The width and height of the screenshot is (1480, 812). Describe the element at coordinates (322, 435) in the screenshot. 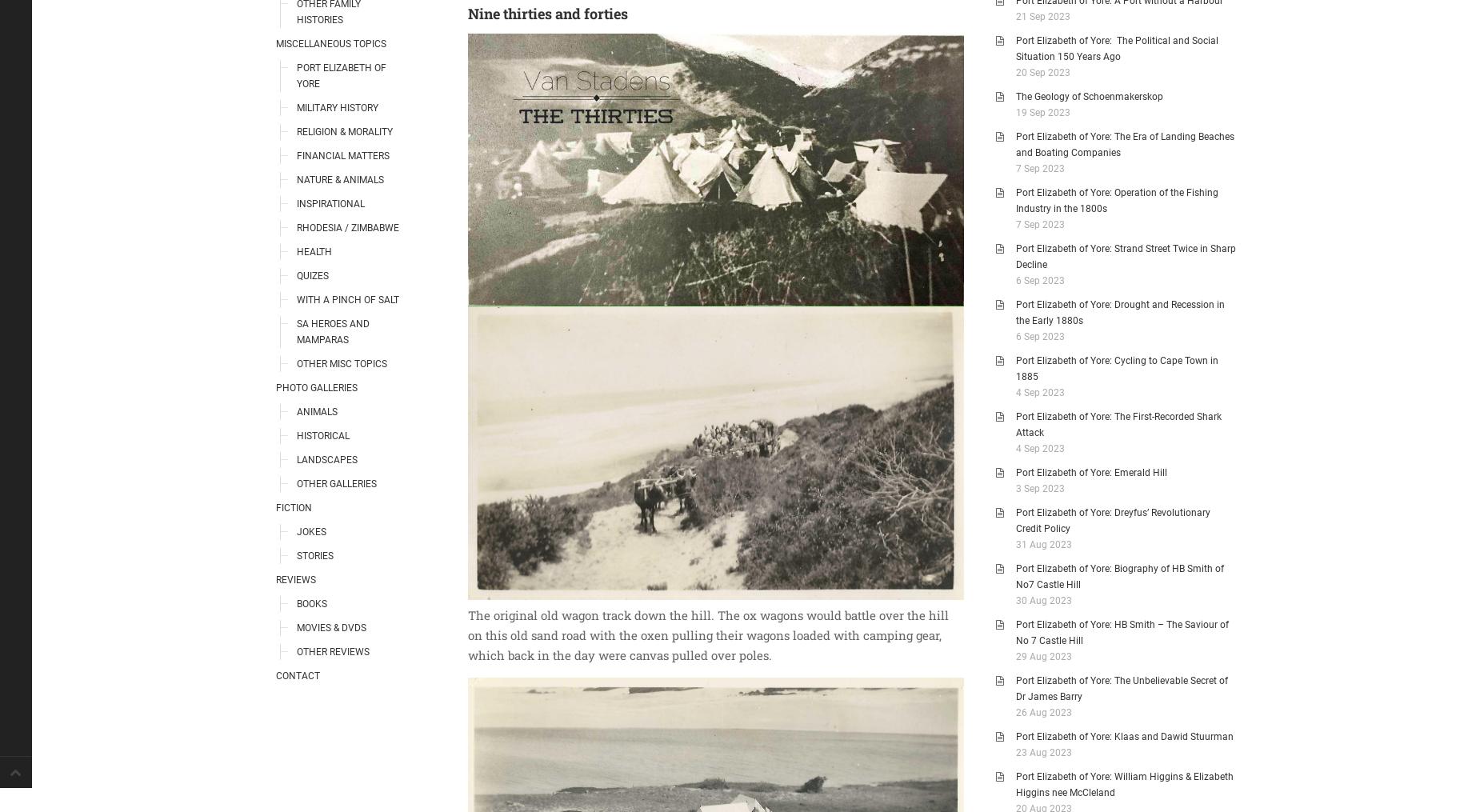

I see `'Historical'` at that location.